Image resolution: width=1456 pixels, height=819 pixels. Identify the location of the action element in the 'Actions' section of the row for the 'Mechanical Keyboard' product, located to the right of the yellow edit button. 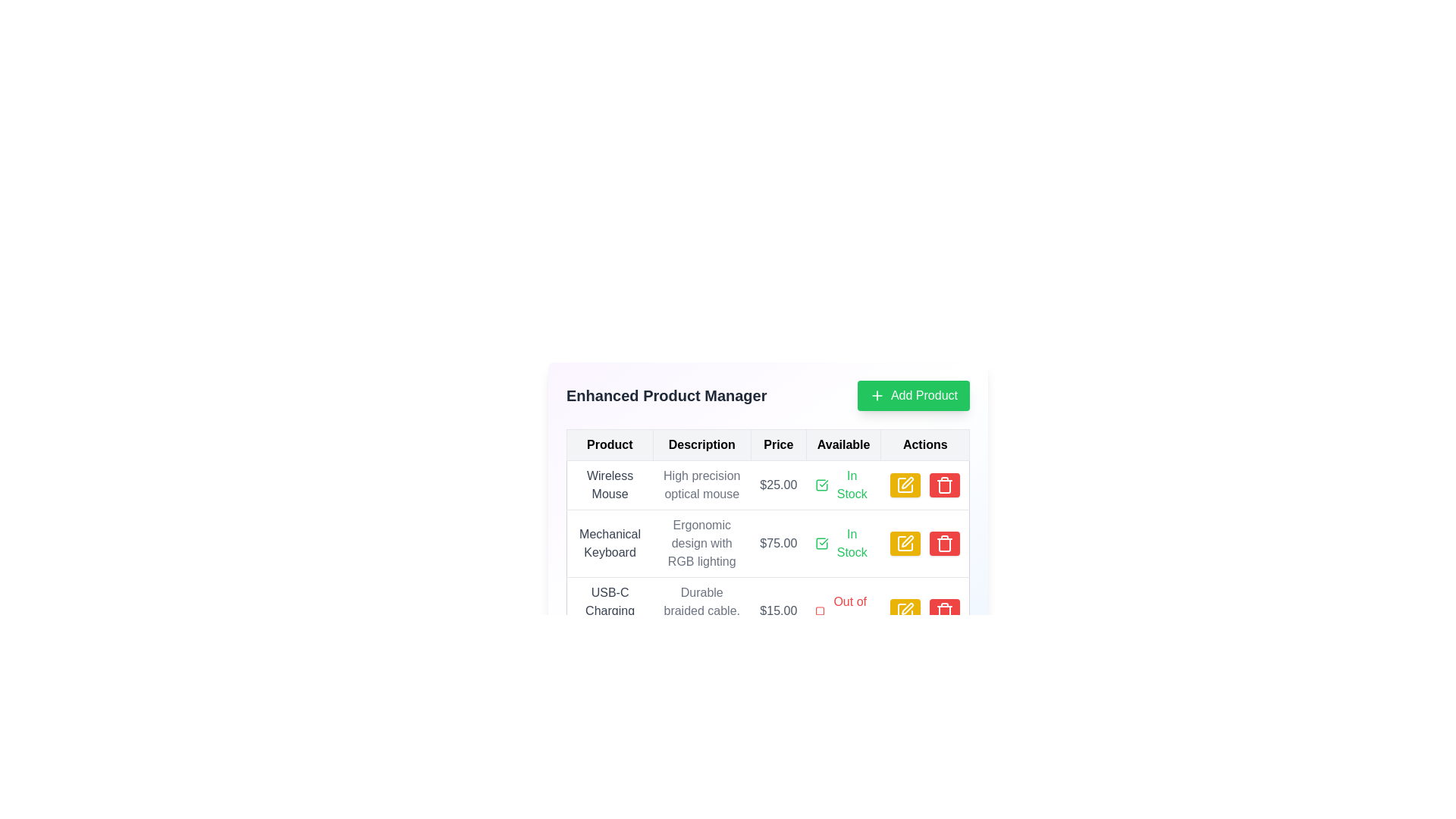
(924, 543).